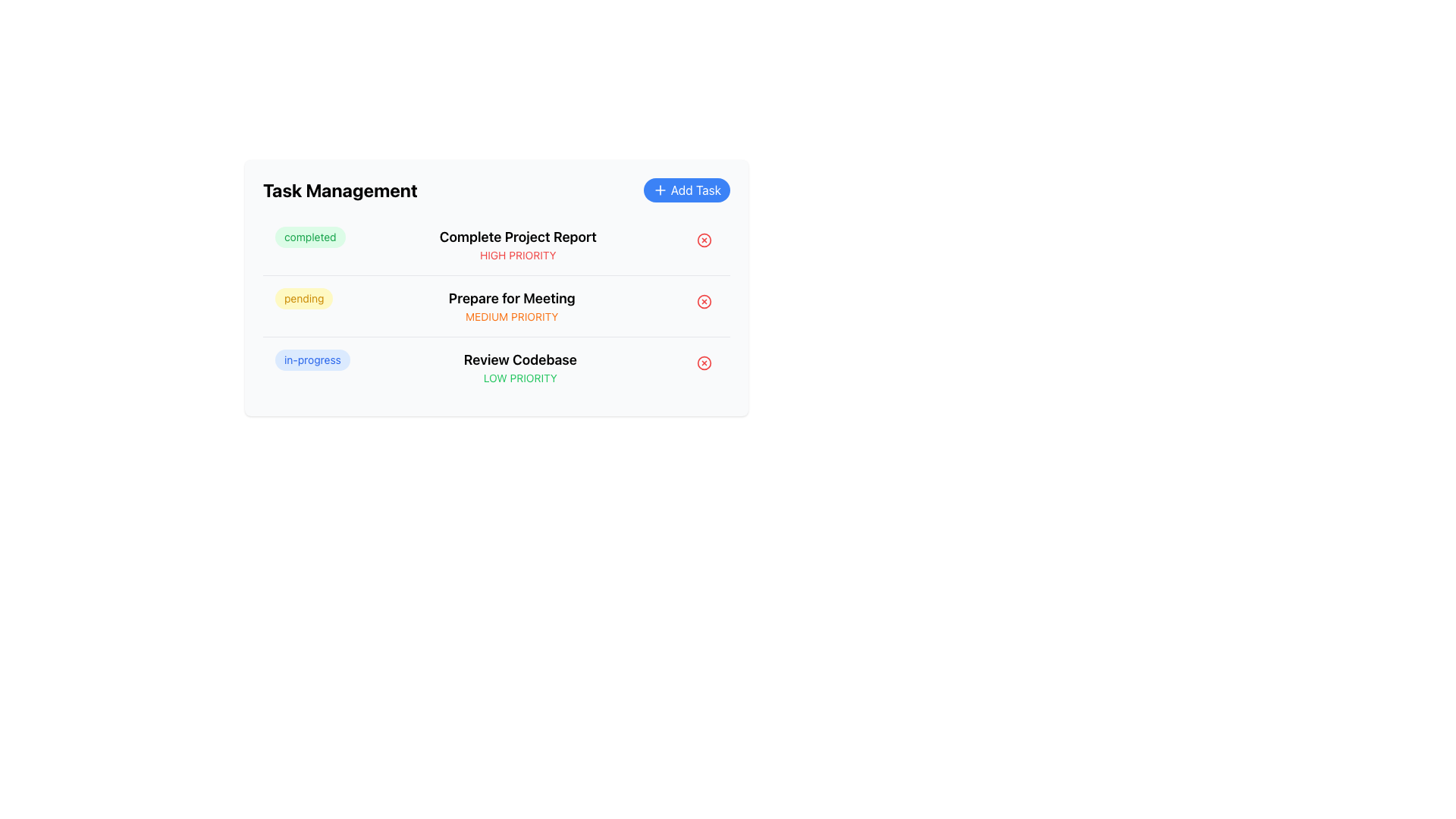 This screenshot has width=1456, height=819. What do you see at coordinates (512, 298) in the screenshot?
I see `the Text Label that serves as the title for a task item within the 'Task Management' interface, located in the middle entry of a three-item list under the 'pending' category` at bounding box center [512, 298].